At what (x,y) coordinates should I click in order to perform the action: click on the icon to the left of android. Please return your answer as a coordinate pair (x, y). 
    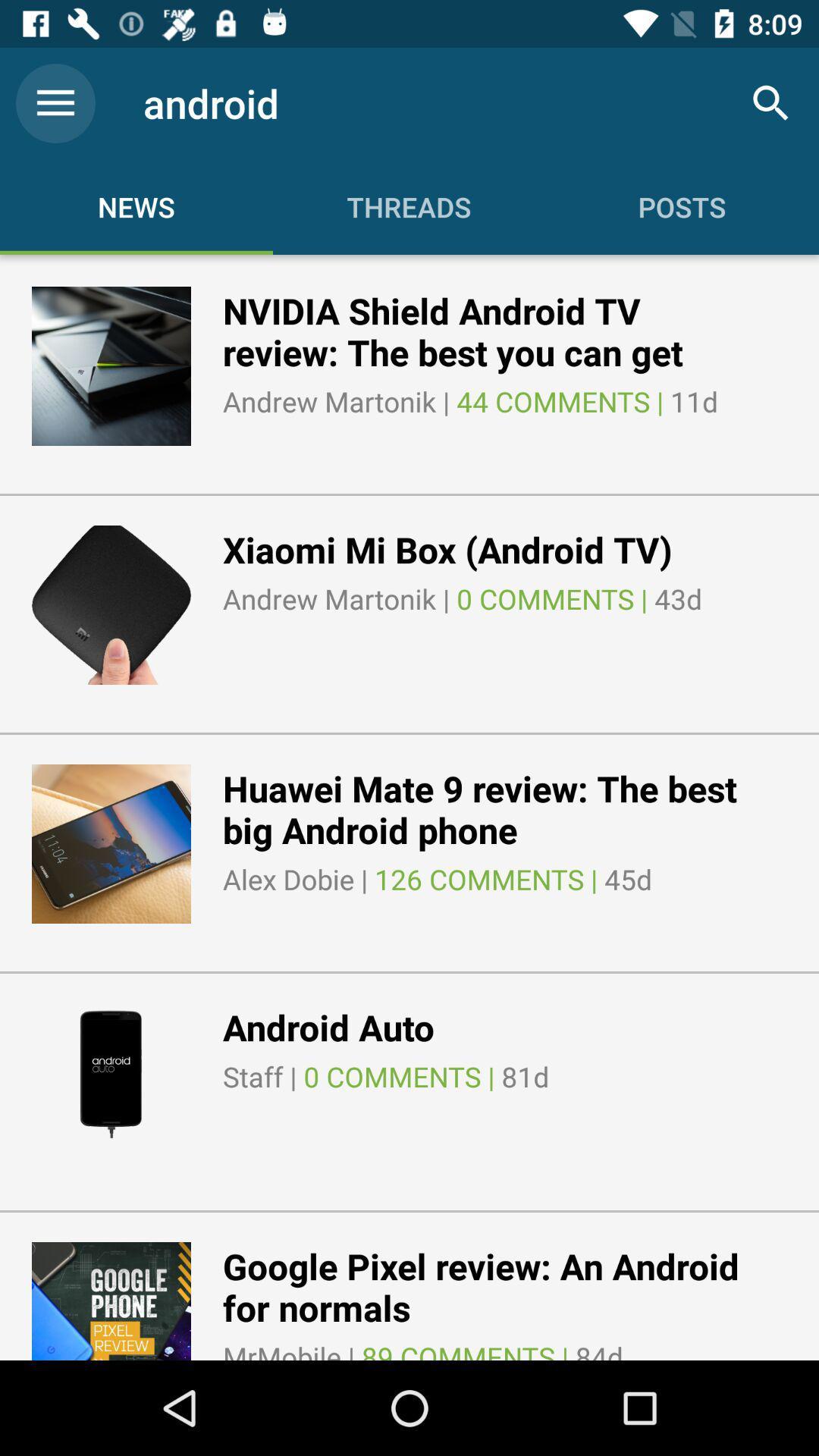
    Looking at the image, I should click on (55, 102).